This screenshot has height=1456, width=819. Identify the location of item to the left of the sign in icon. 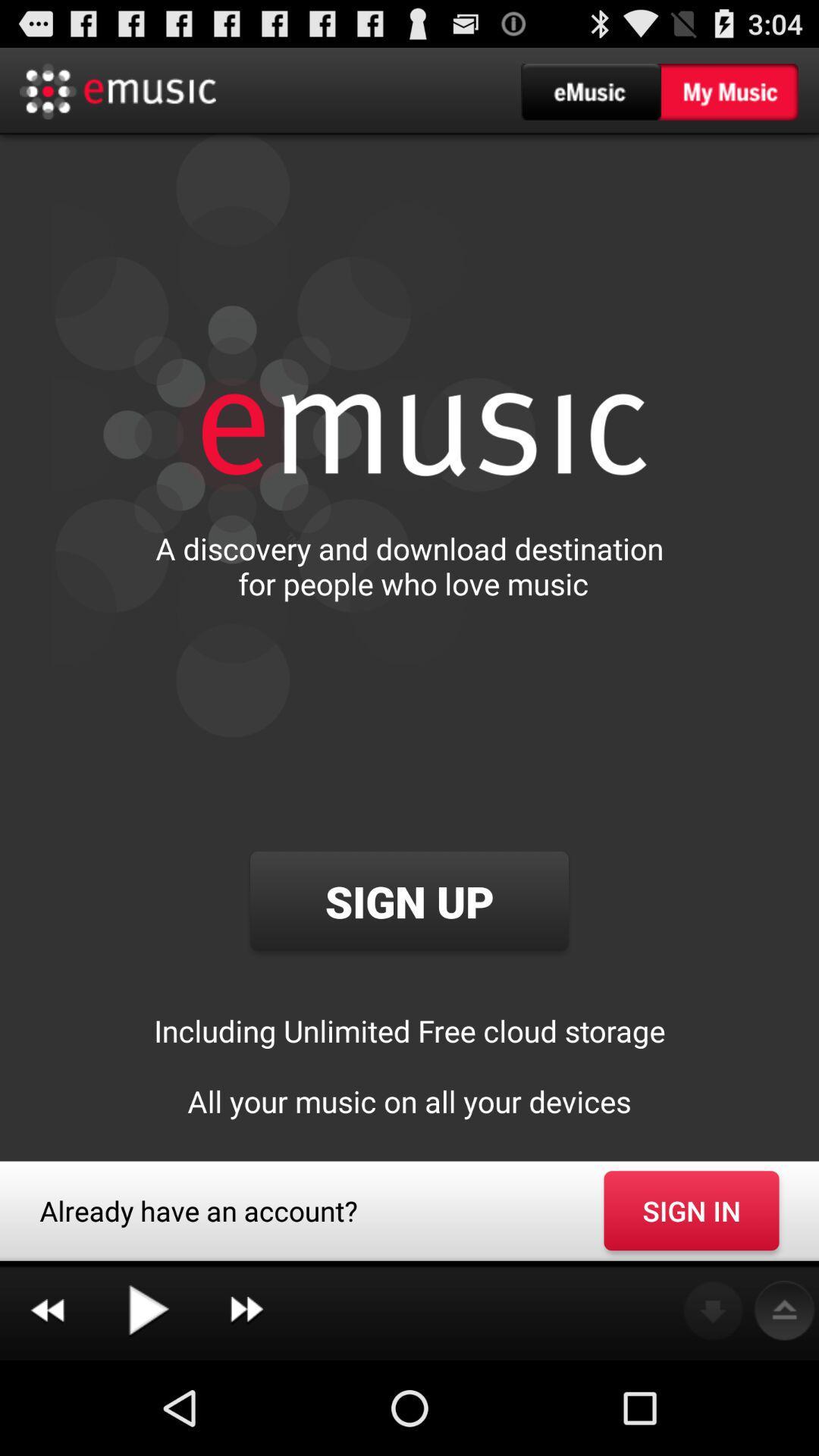
(246, 1310).